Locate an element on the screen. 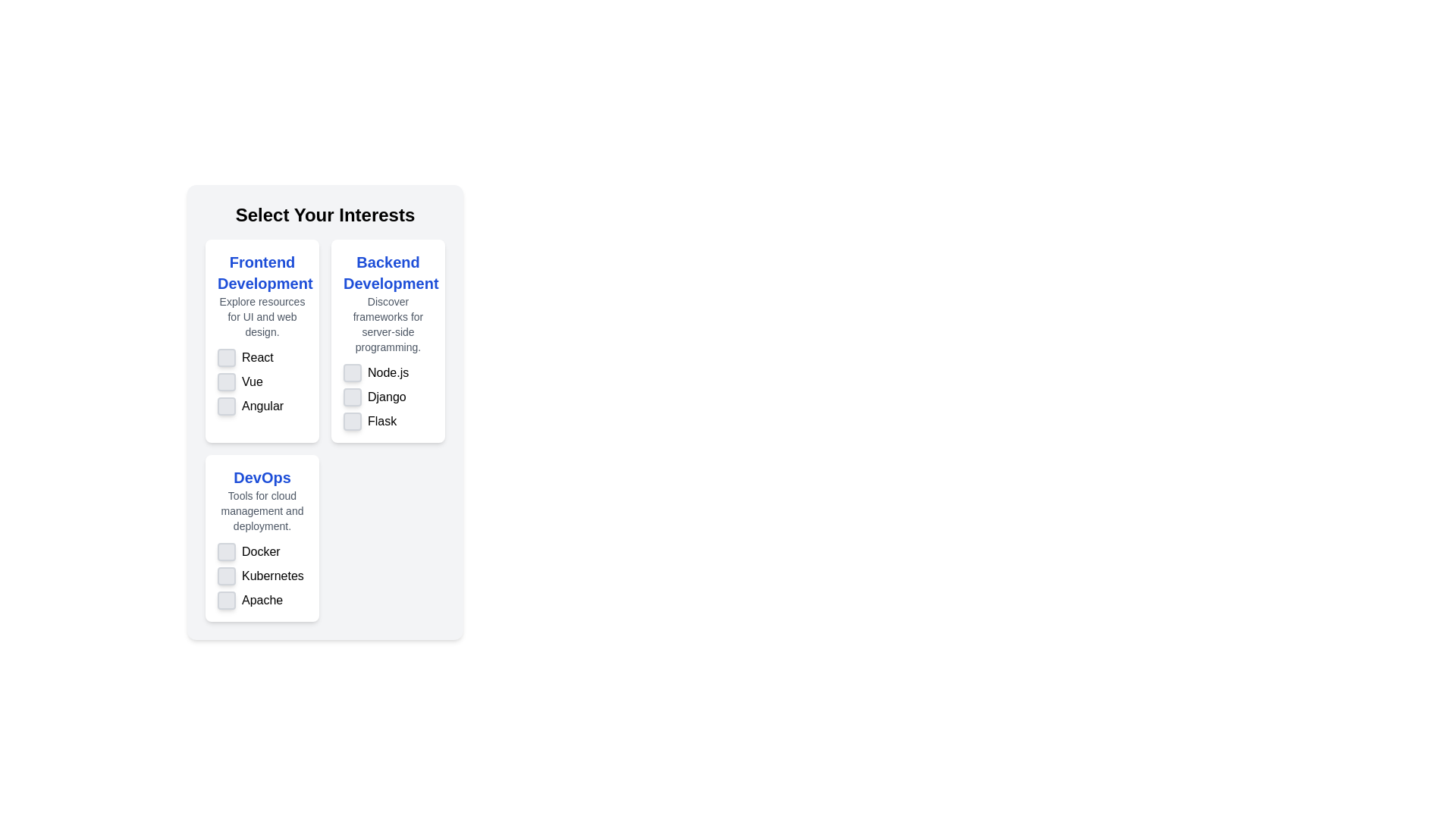 Image resolution: width=1456 pixels, height=819 pixels. the empty square-shaped checkbox with rounded corners is located at coordinates (225, 599).